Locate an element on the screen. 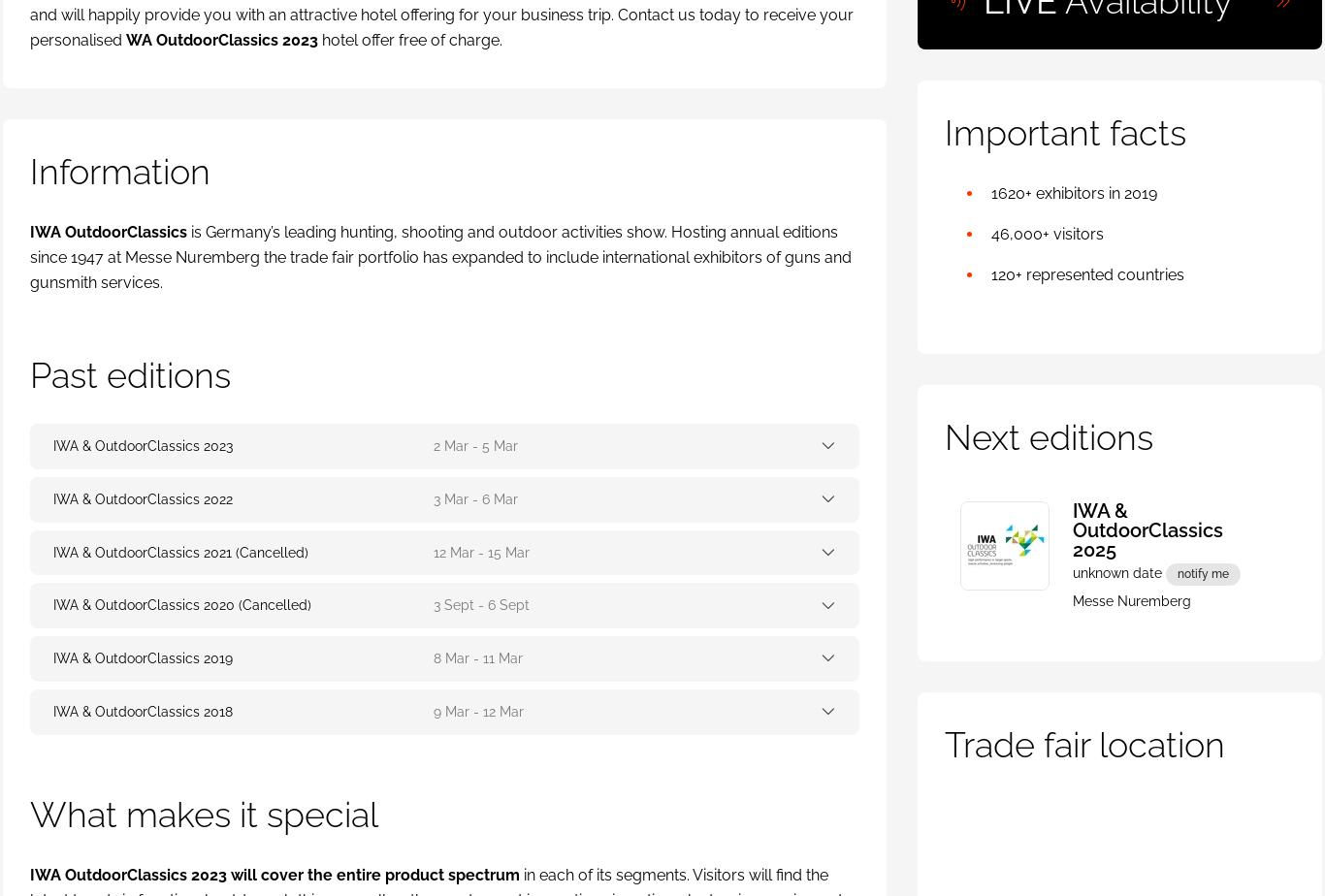  'and get a free online offer with booking terms and accommodation details' is located at coordinates (326, 412).